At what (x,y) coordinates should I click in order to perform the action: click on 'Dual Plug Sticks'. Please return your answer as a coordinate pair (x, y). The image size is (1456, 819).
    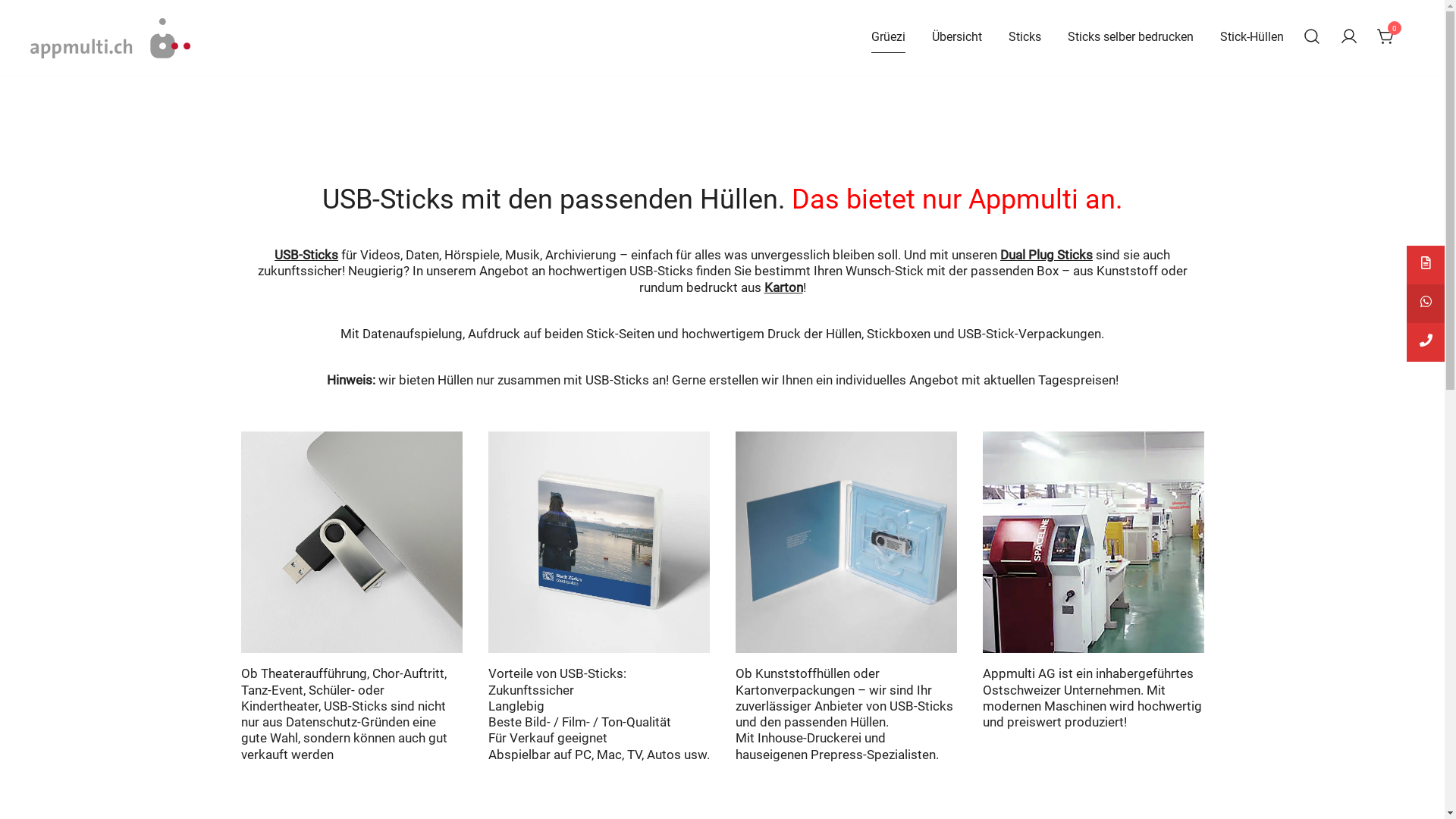
    Looking at the image, I should click on (1046, 253).